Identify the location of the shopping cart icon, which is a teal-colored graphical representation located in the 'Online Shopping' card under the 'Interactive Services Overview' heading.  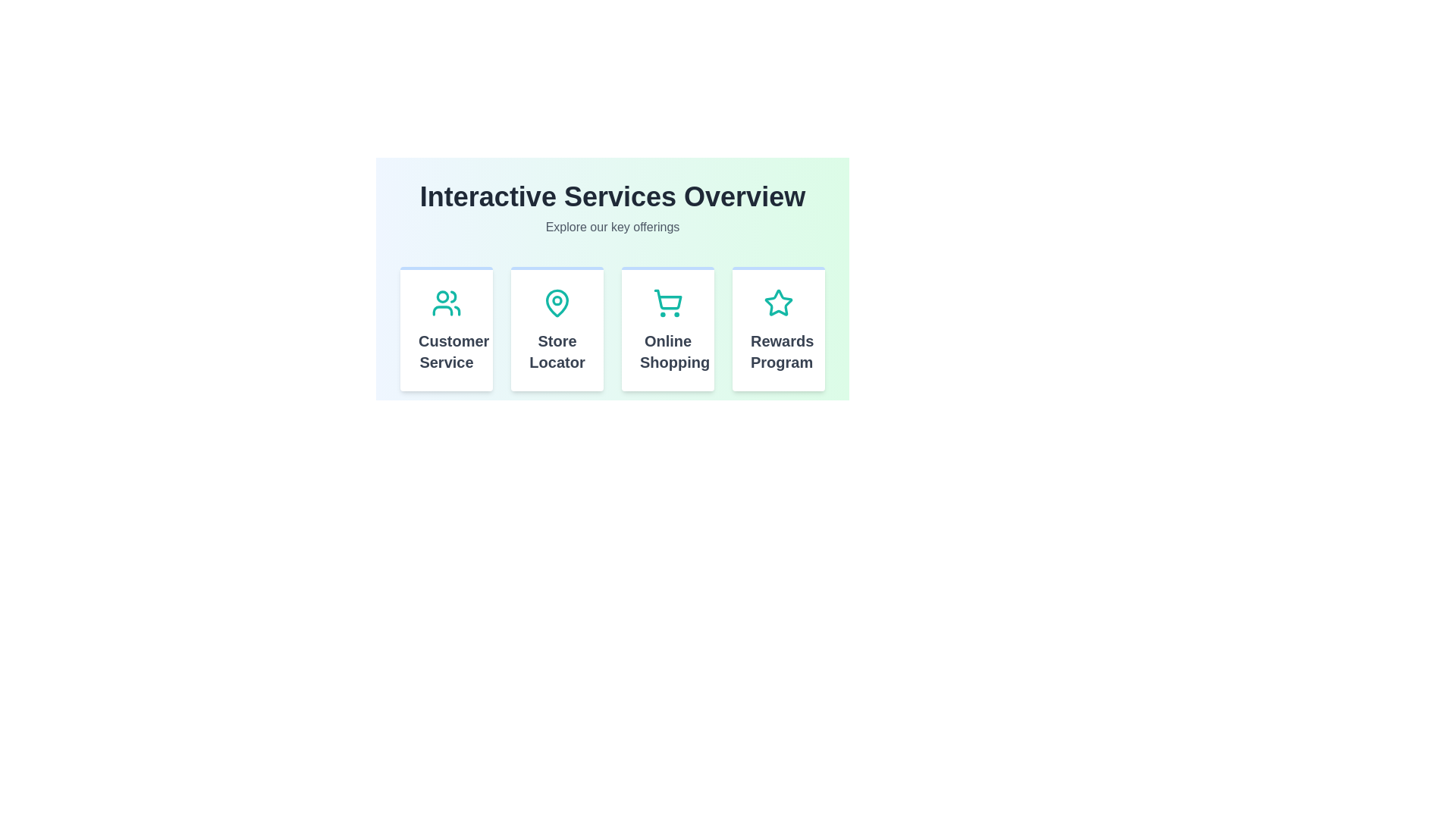
(667, 300).